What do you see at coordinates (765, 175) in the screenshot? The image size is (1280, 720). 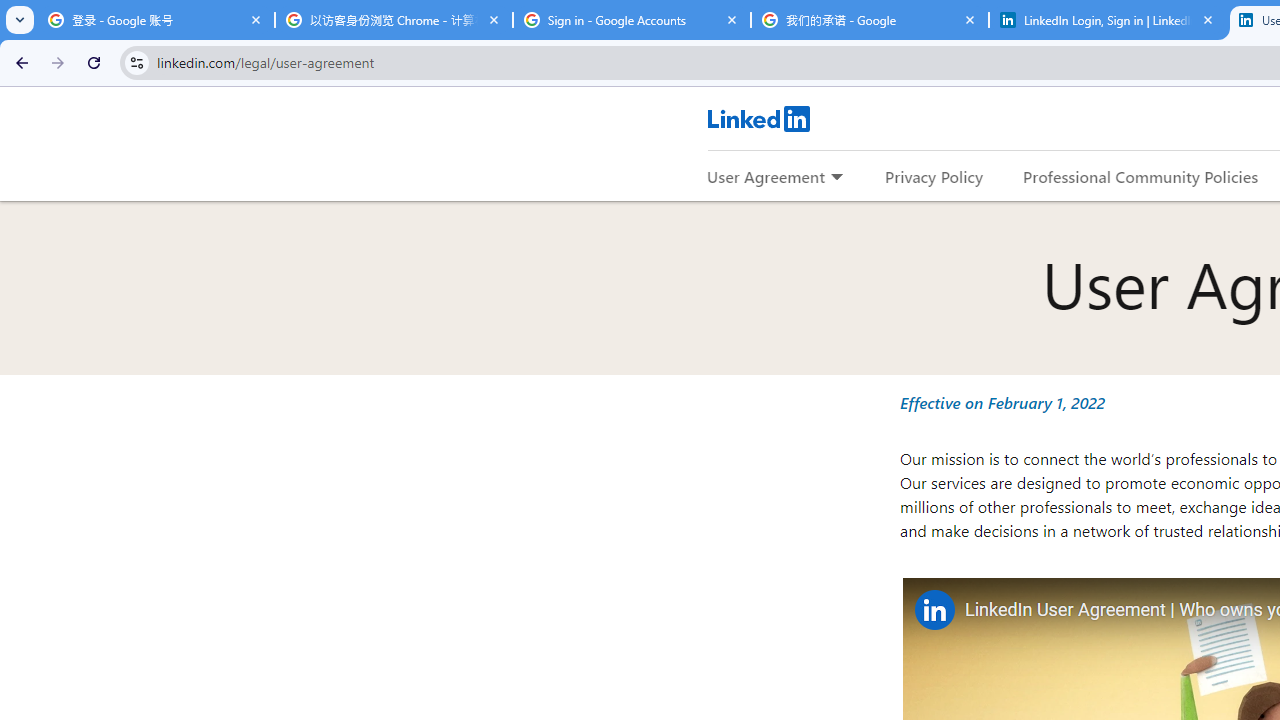 I see `'User Agreement'` at bounding box center [765, 175].